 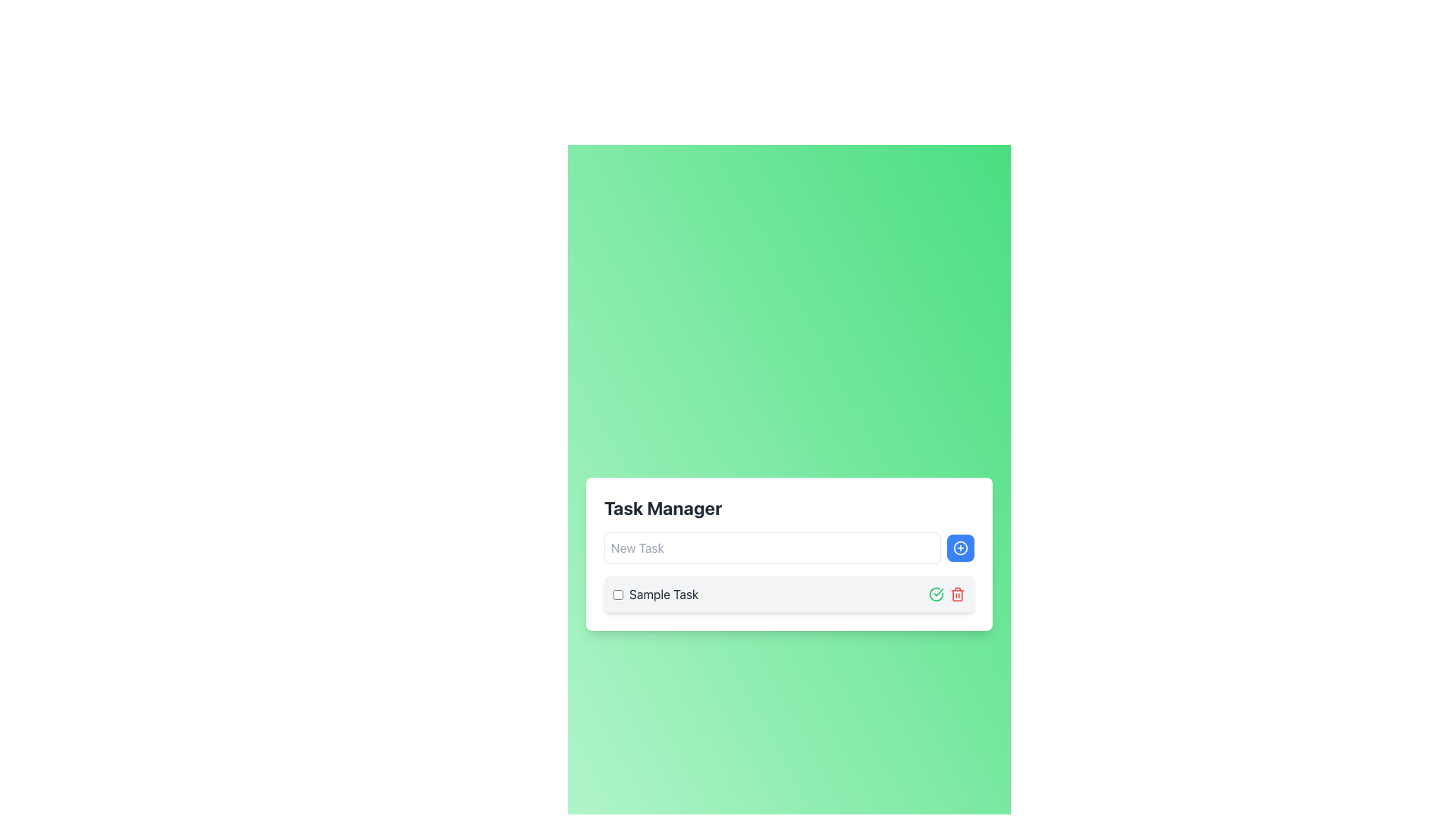 What do you see at coordinates (960, 548) in the screenshot?
I see `the interactive button icon for adding a new task in the task manager interface to receive potential tooltip feedback` at bounding box center [960, 548].